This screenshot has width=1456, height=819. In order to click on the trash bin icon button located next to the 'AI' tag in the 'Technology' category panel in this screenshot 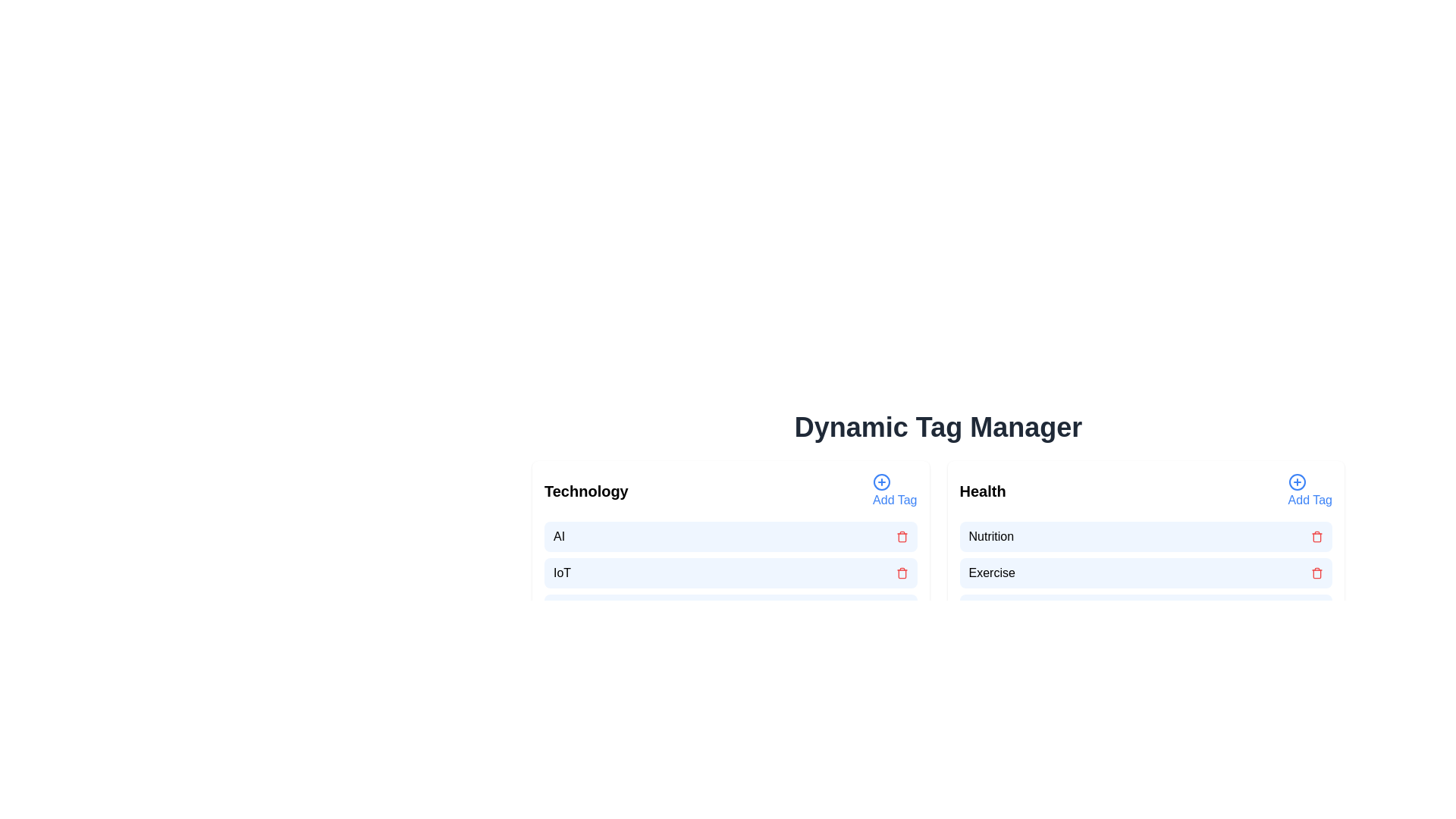, I will do `click(902, 536)`.